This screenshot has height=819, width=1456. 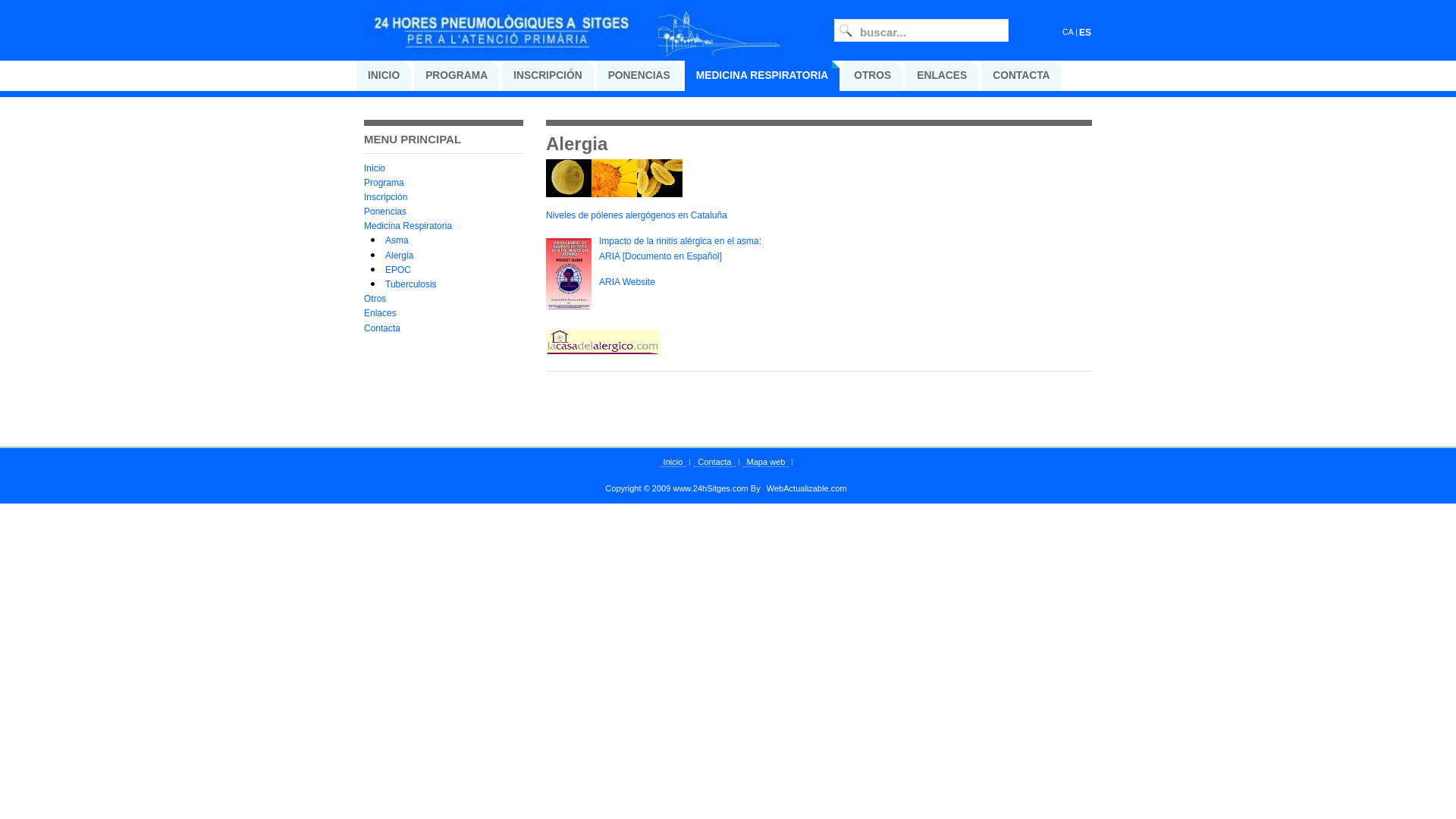 I want to click on 'ENLACES', so click(x=941, y=76).